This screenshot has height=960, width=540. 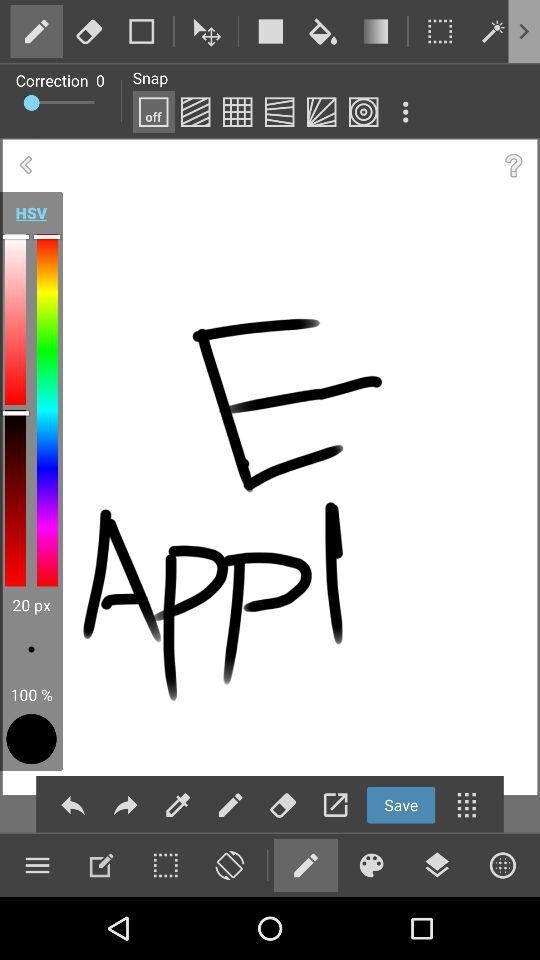 I want to click on medibang paint icon expand icon, so click(x=405, y=112).